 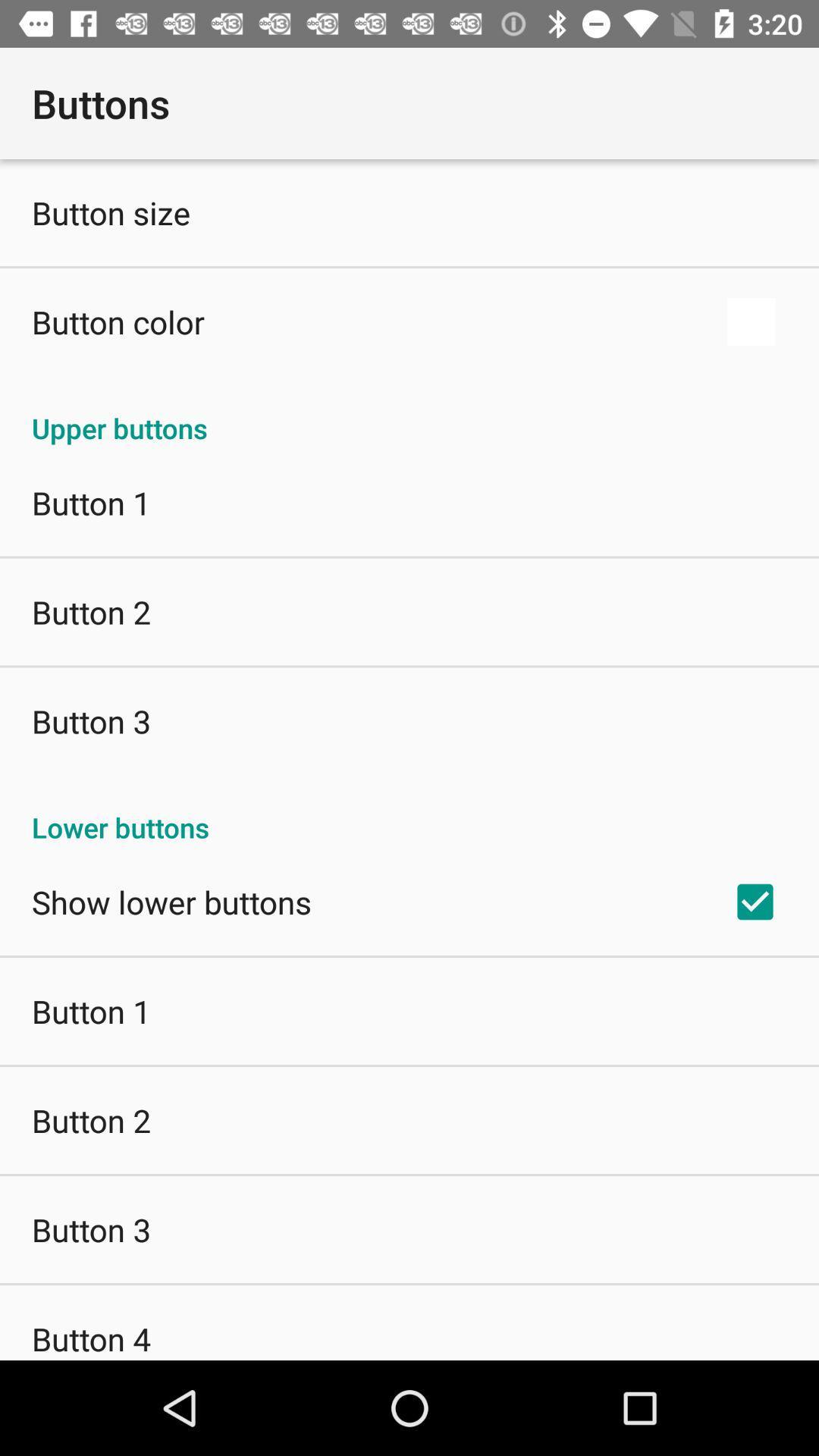 I want to click on upper buttons, so click(x=409, y=412).